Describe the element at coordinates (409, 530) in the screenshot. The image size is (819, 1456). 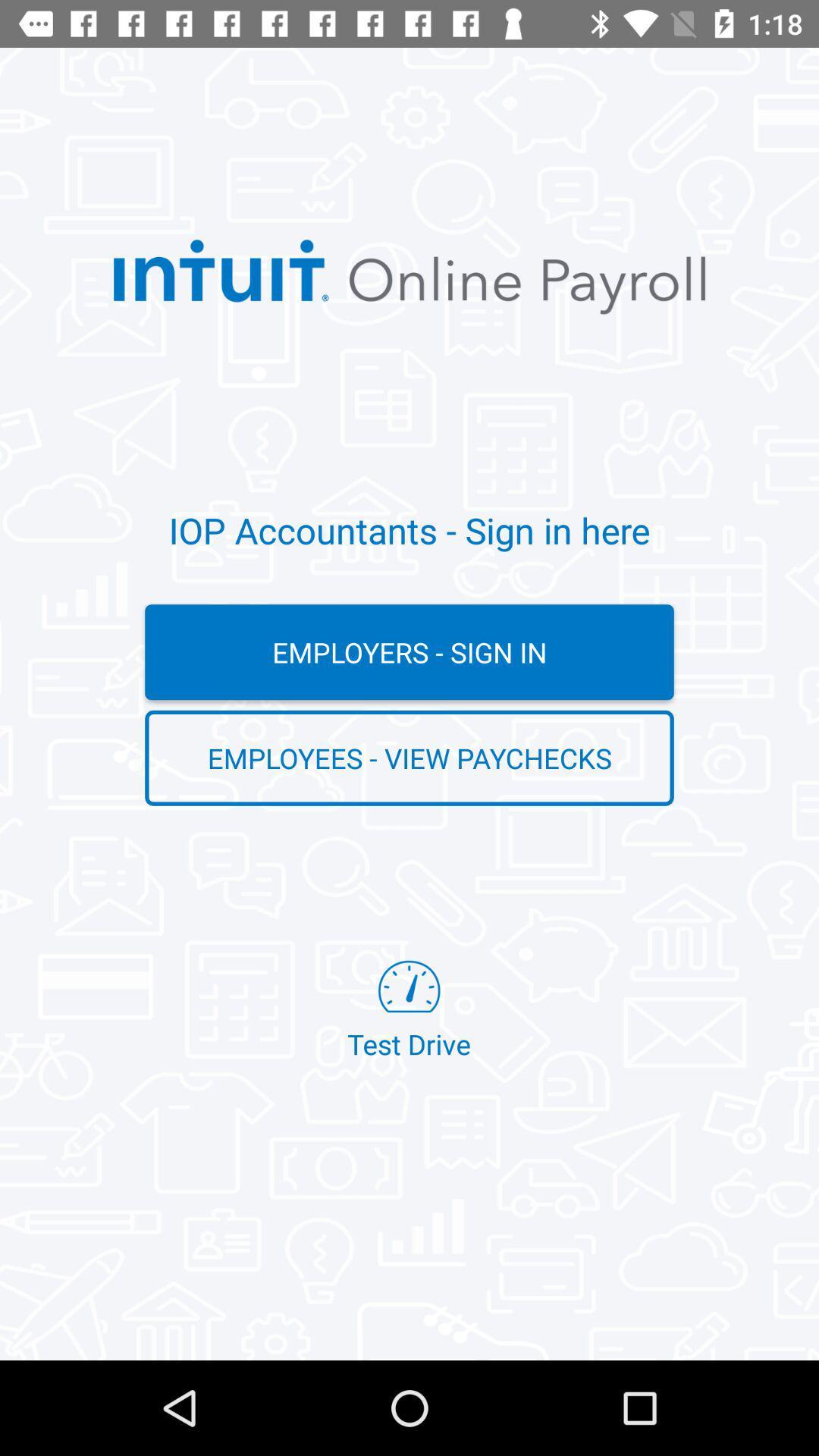
I see `the icon above the employers - sign in item` at that location.